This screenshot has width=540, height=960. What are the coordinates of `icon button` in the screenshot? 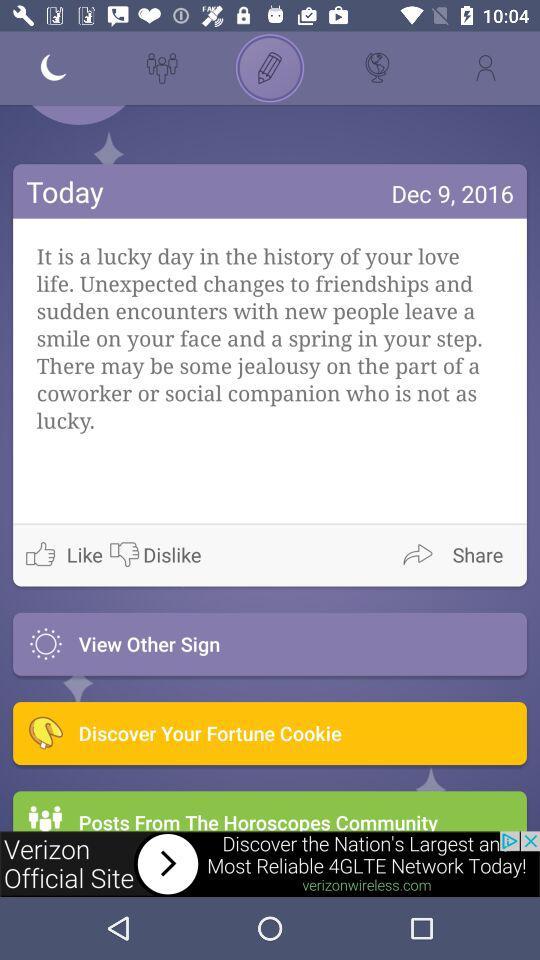 It's located at (510, 114).